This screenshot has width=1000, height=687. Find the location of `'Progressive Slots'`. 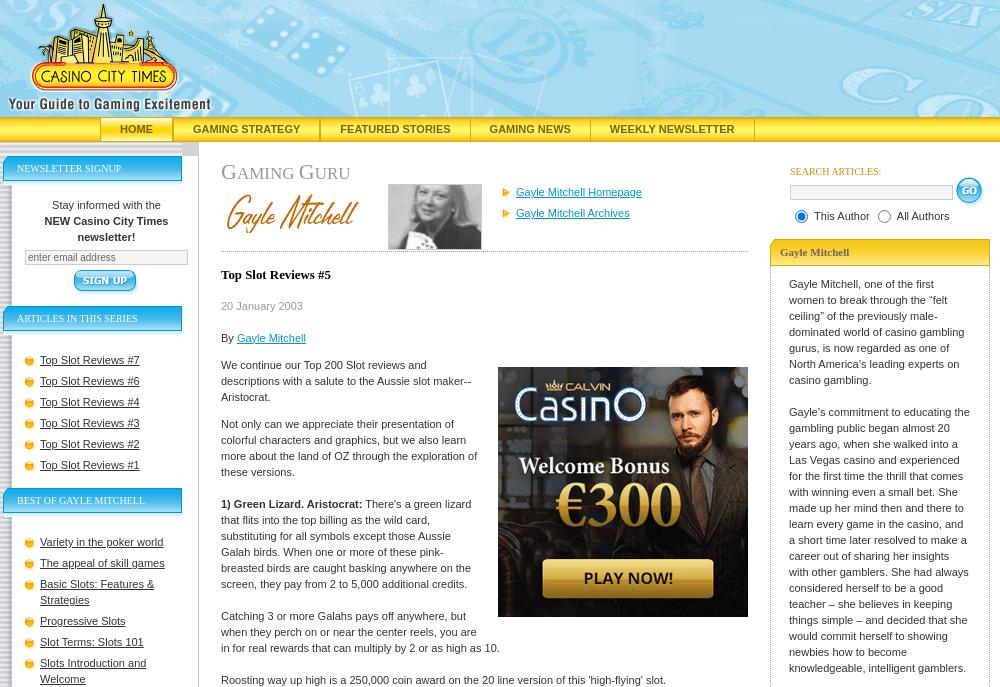

'Progressive Slots' is located at coordinates (40, 619).